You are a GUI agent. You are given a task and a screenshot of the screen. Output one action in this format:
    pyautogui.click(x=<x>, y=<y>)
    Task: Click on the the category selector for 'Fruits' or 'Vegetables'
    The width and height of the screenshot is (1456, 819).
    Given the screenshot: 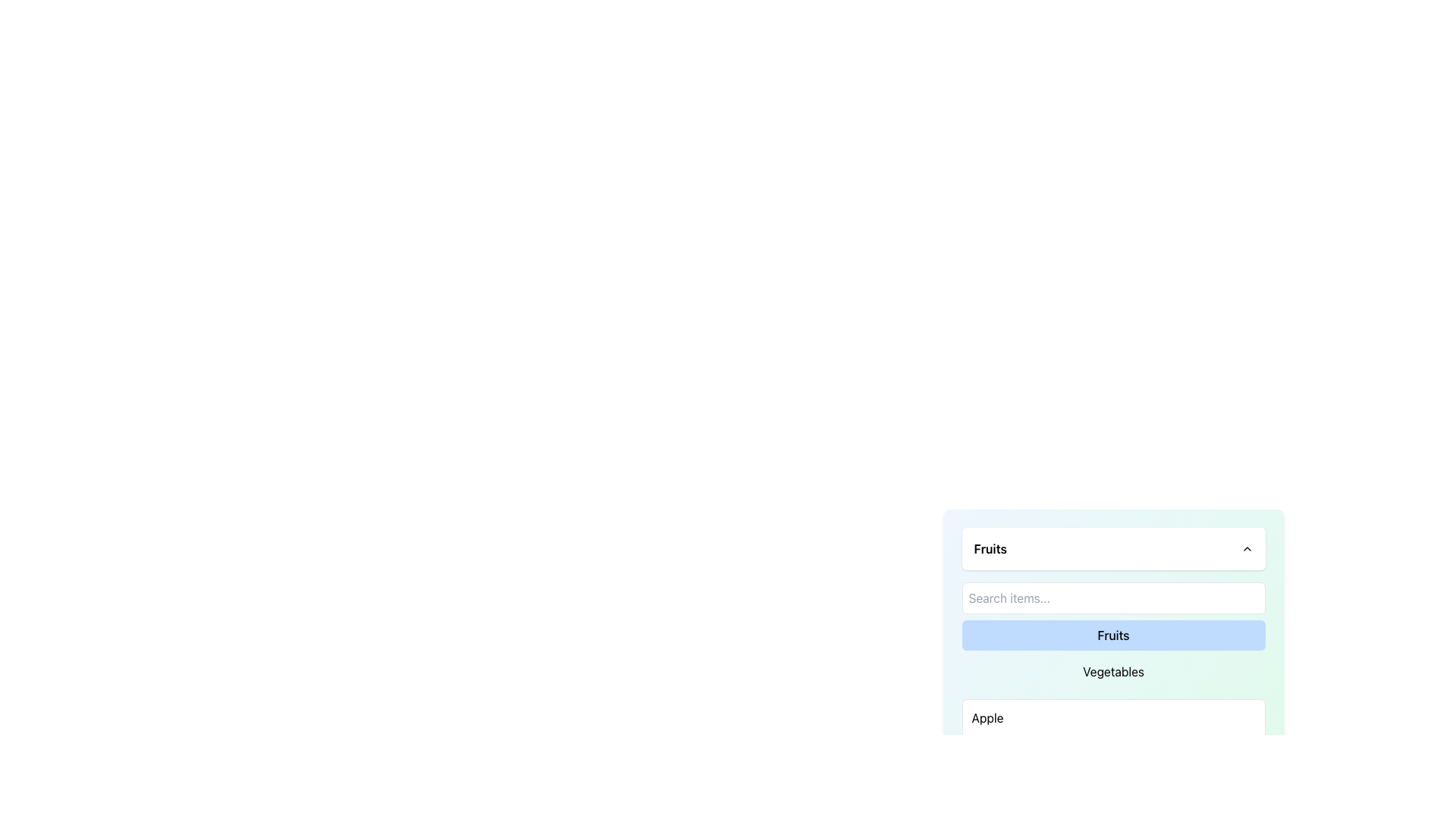 What is the action you would take?
    pyautogui.click(x=1113, y=652)
    